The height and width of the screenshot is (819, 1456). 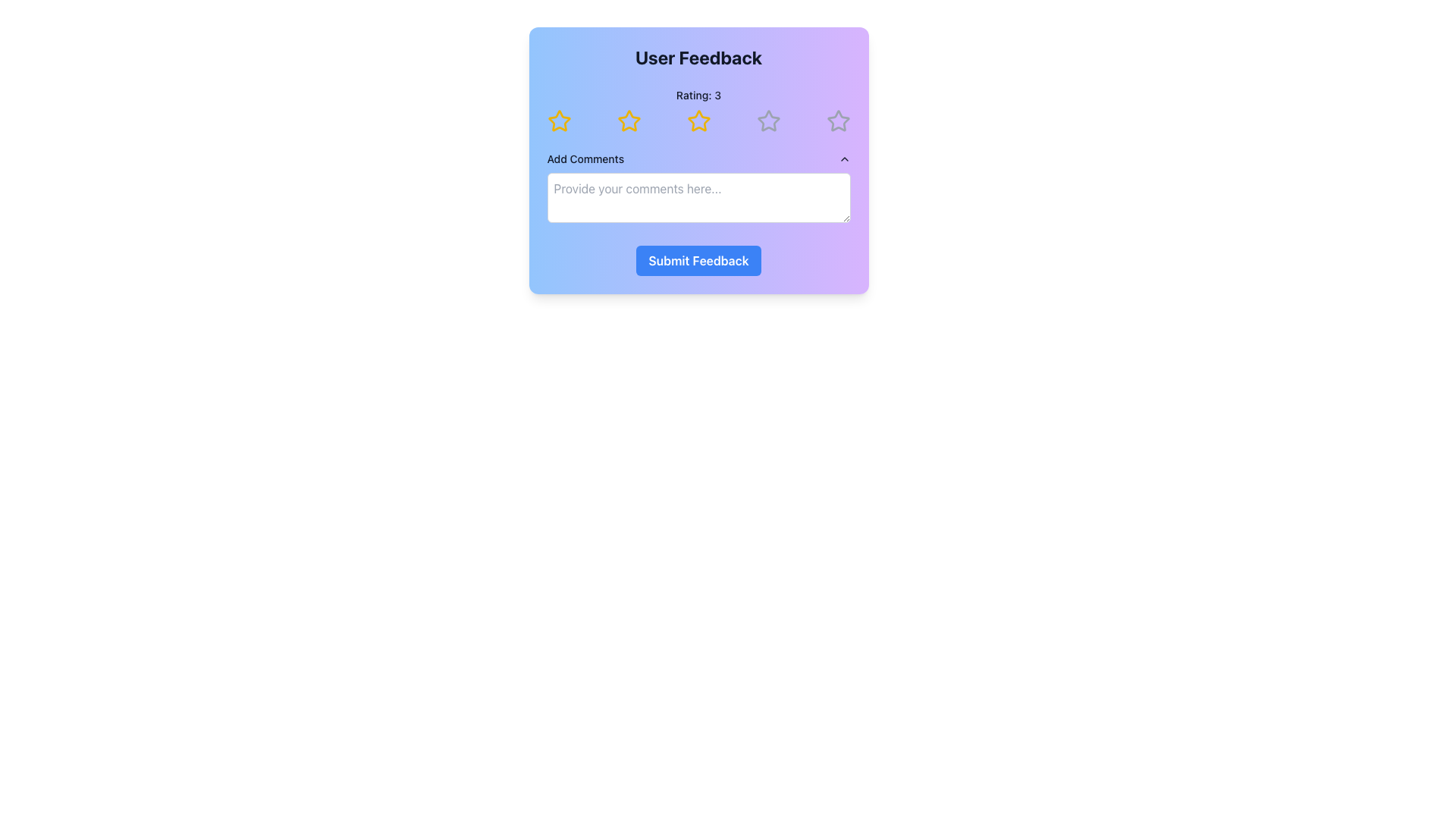 I want to click on the stars in the Rating indicator, so click(x=698, y=110).